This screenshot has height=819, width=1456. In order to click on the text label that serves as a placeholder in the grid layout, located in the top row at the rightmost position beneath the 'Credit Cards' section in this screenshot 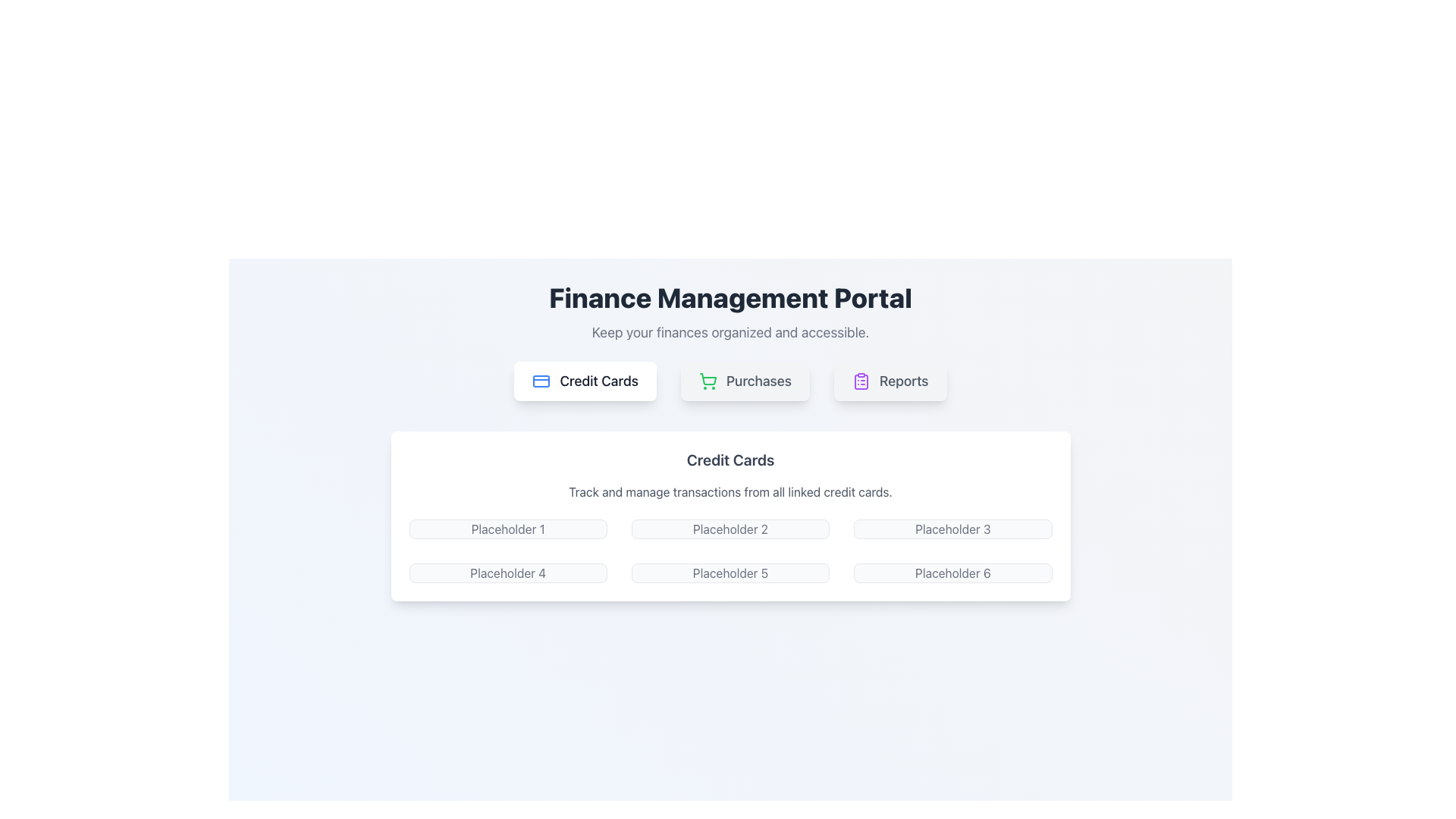, I will do `click(952, 529)`.